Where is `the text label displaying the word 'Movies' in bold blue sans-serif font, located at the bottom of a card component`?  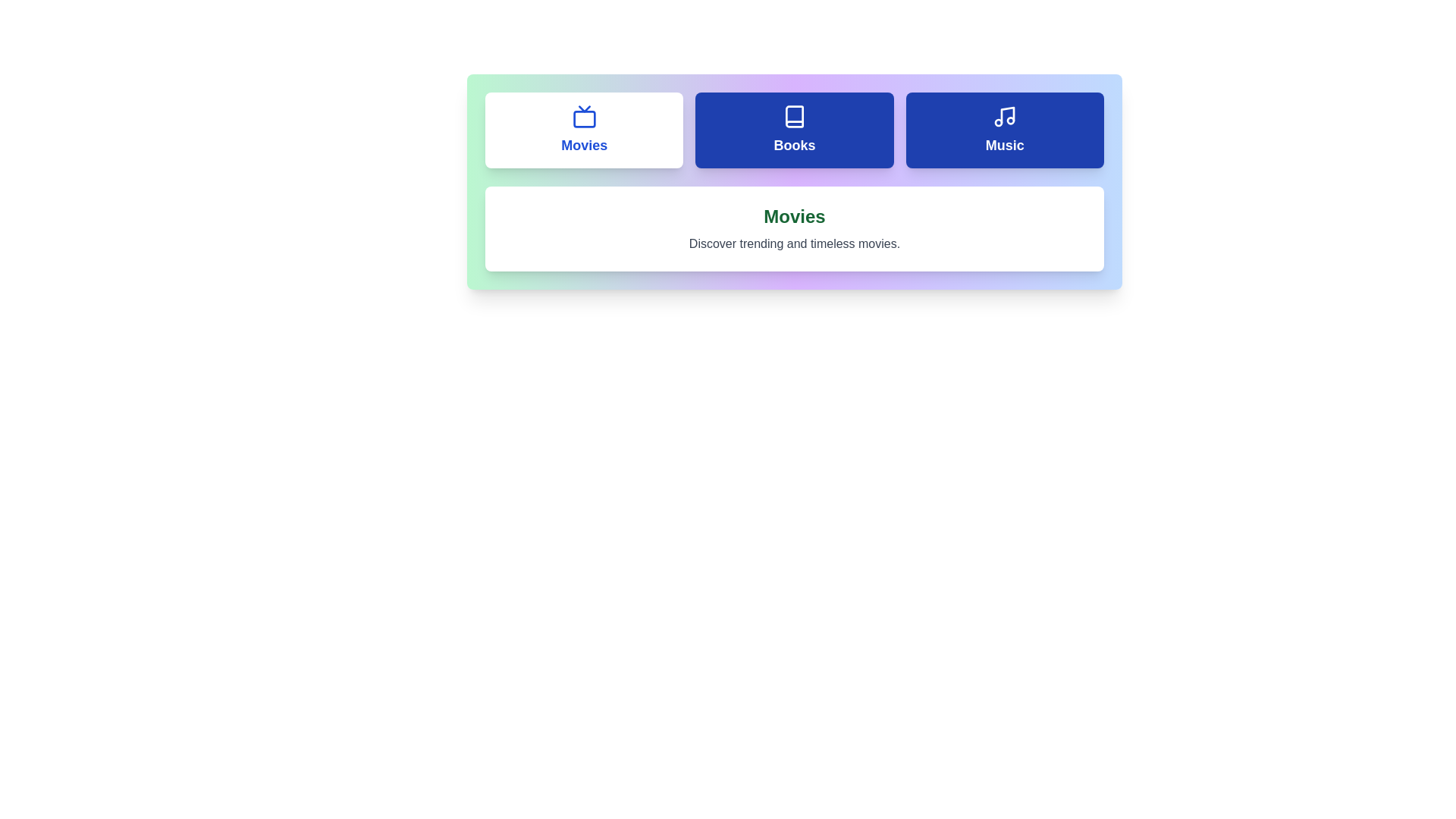
the text label displaying the word 'Movies' in bold blue sans-serif font, located at the bottom of a card component is located at coordinates (583, 146).